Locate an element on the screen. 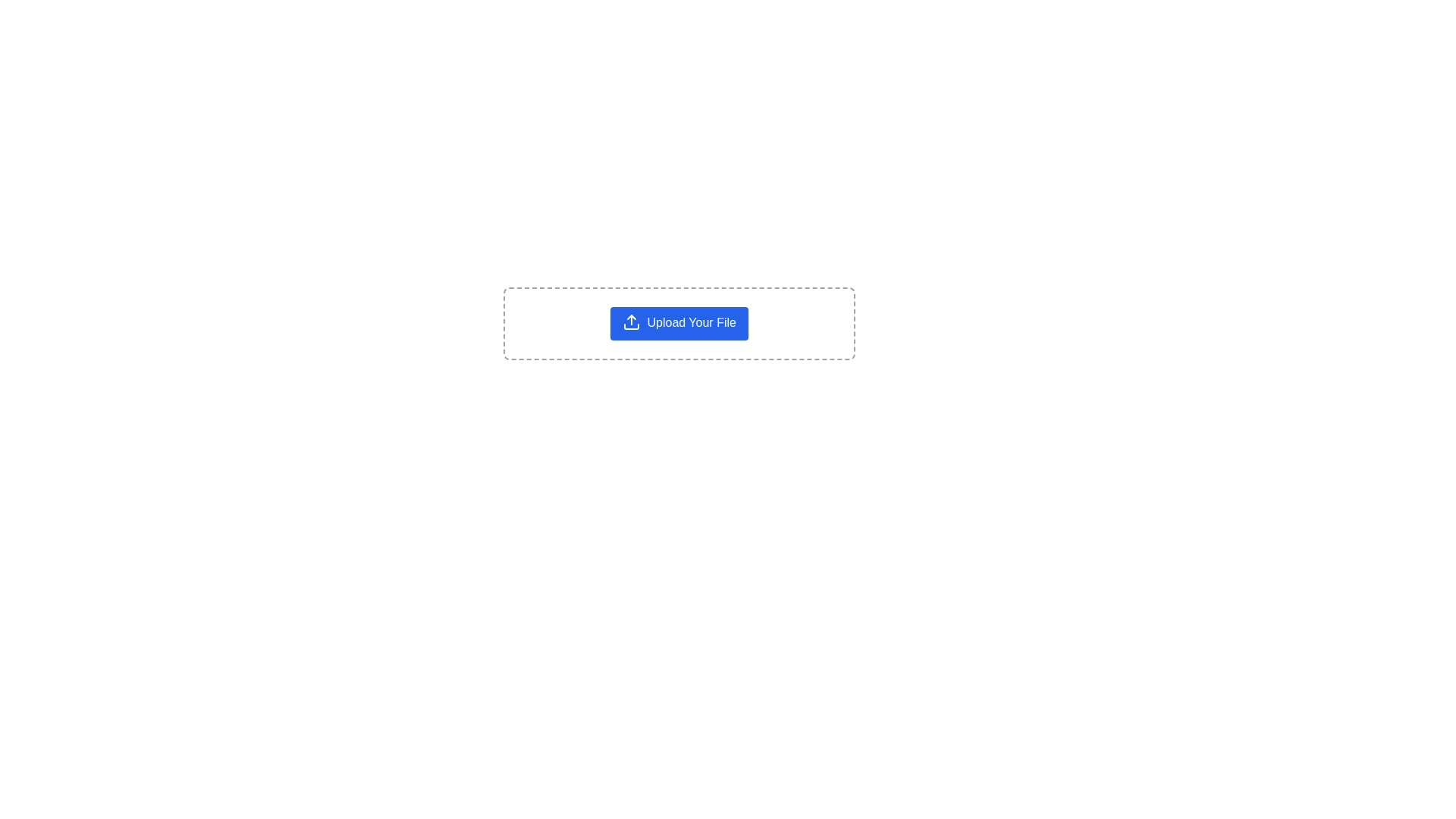 The width and height of the screenshot is (1456, 819). the decorative vector line that serves as the base of the upload icon, located underneath the arrow and base of the icon is located at coordinates (632, 326).